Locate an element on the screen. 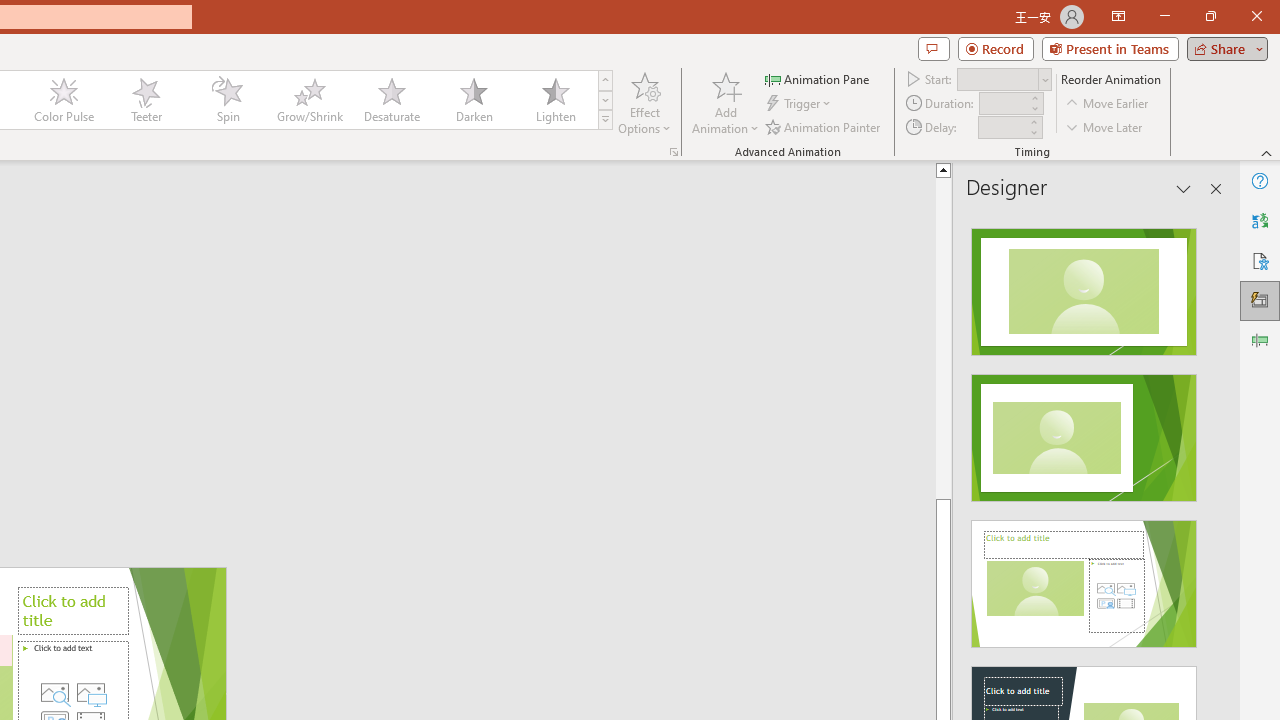 This screenshot has height=720, width=1280. 'Animation Duration' is located at coordinates (1003, 103).